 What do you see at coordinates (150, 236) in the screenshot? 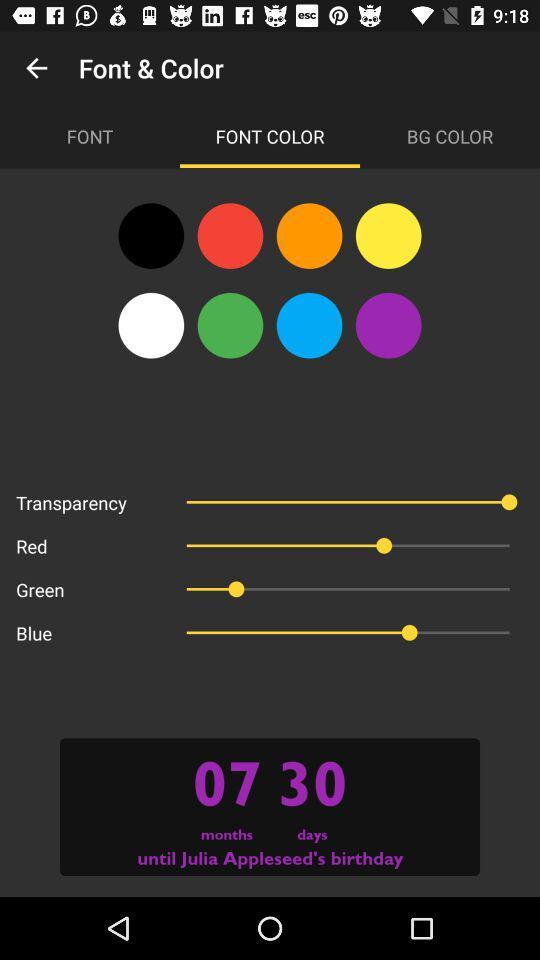
I see `icon below the font` at bounding box center [150, 236].